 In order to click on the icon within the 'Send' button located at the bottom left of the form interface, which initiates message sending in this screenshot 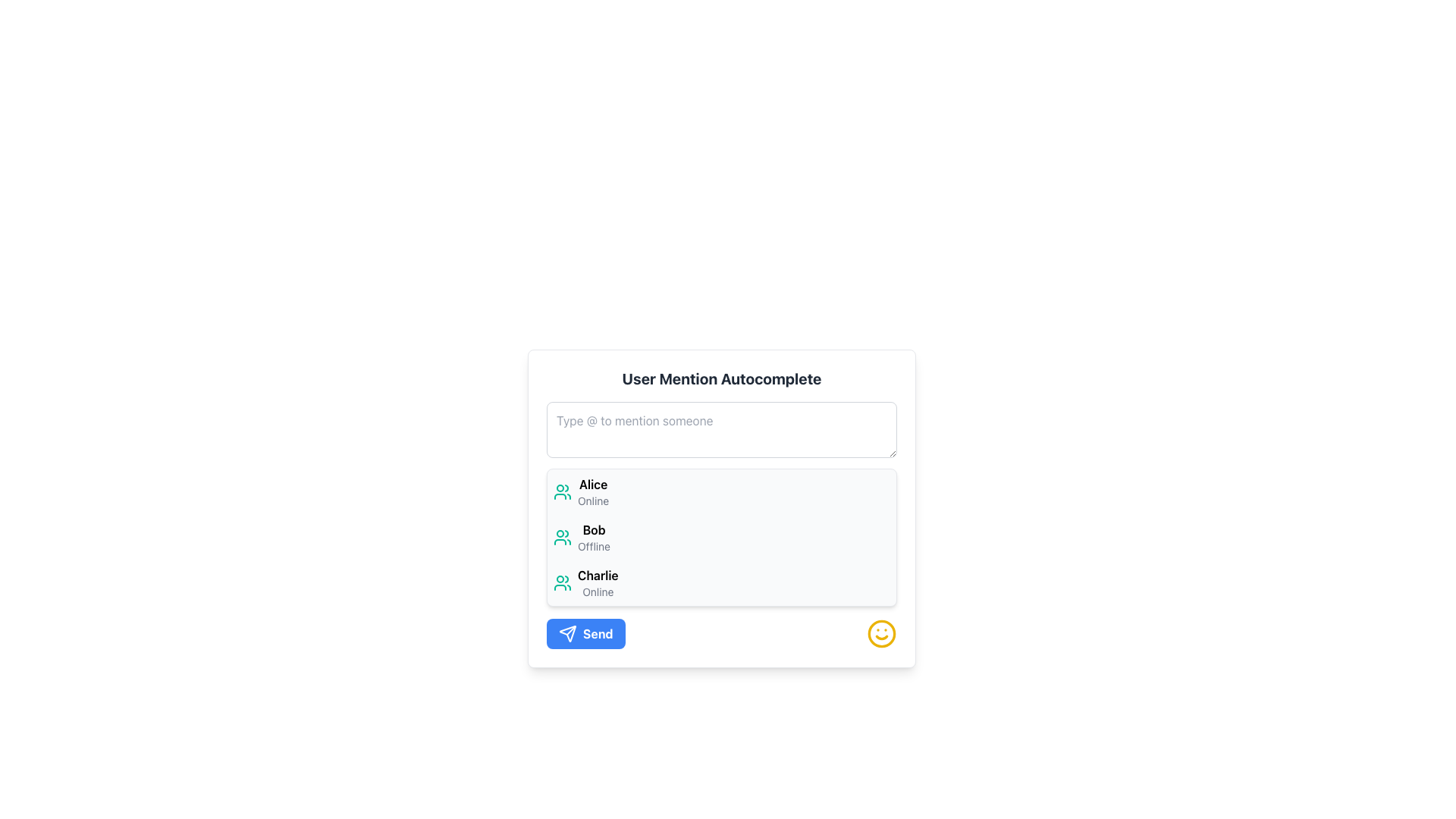, I will do `click(566, 634)`.